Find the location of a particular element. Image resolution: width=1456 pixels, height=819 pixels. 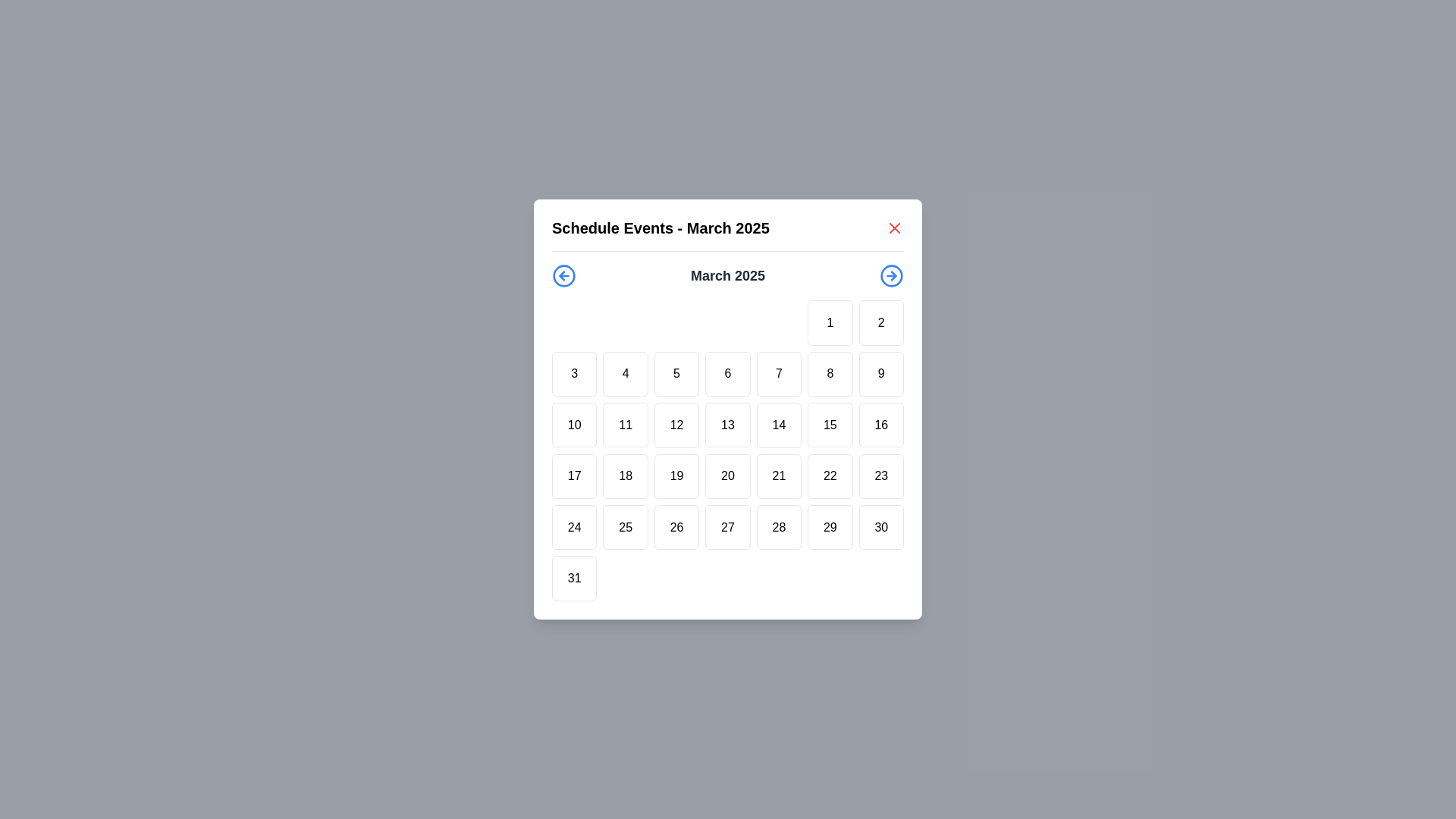

the square-shaped button with the numeric text '2', which is styled with a rounded border and light background is located at coordinates (881, 322).